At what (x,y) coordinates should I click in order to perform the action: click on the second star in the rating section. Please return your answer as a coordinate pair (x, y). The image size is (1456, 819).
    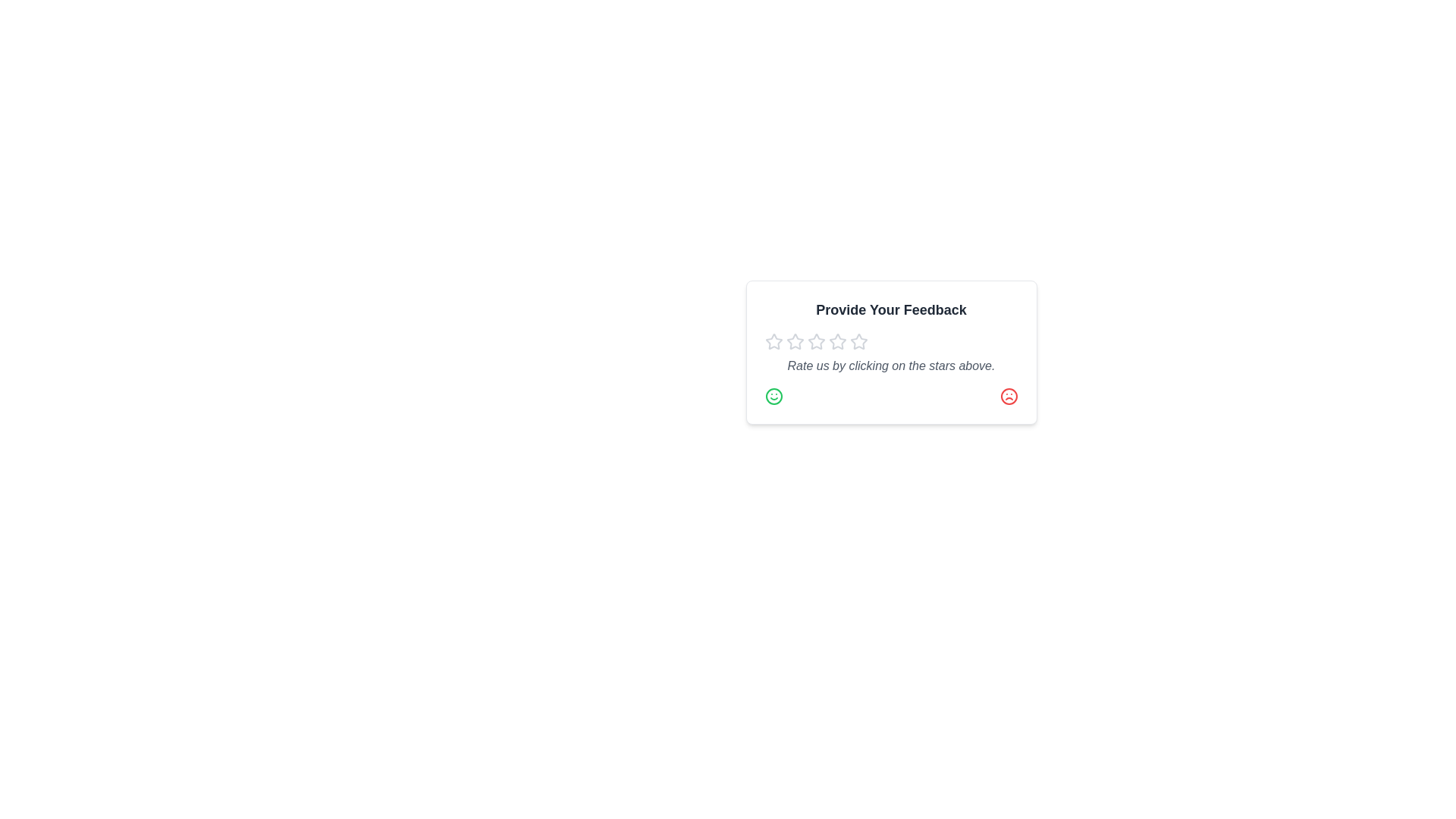
    Looking at the image, I should click on (836, 341).